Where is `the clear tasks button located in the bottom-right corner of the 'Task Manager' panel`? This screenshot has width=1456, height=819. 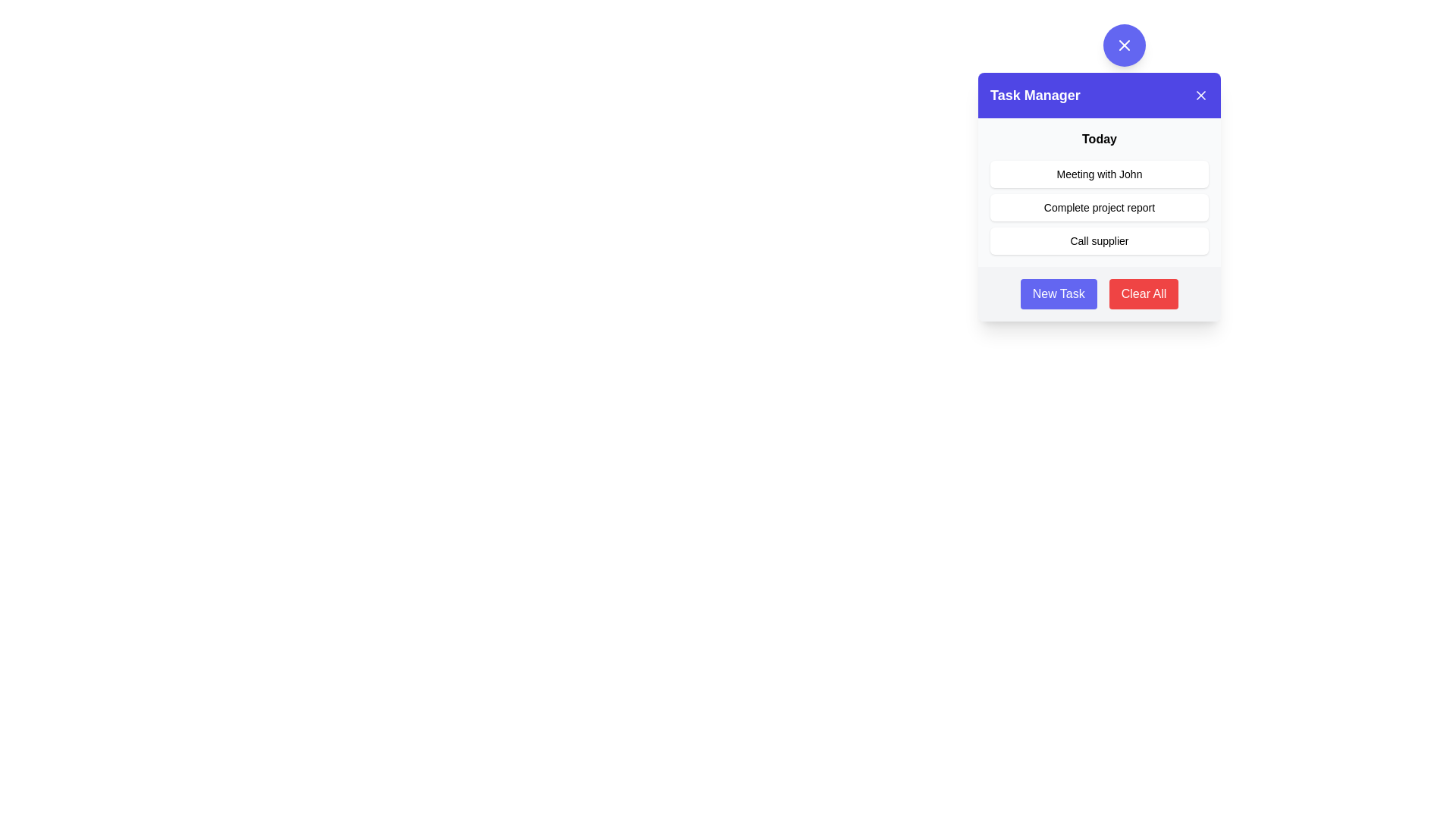 the clear tasks button located in the bottom-right corner of the 'Task Manager' panel is located at coordinates (1144, 294).